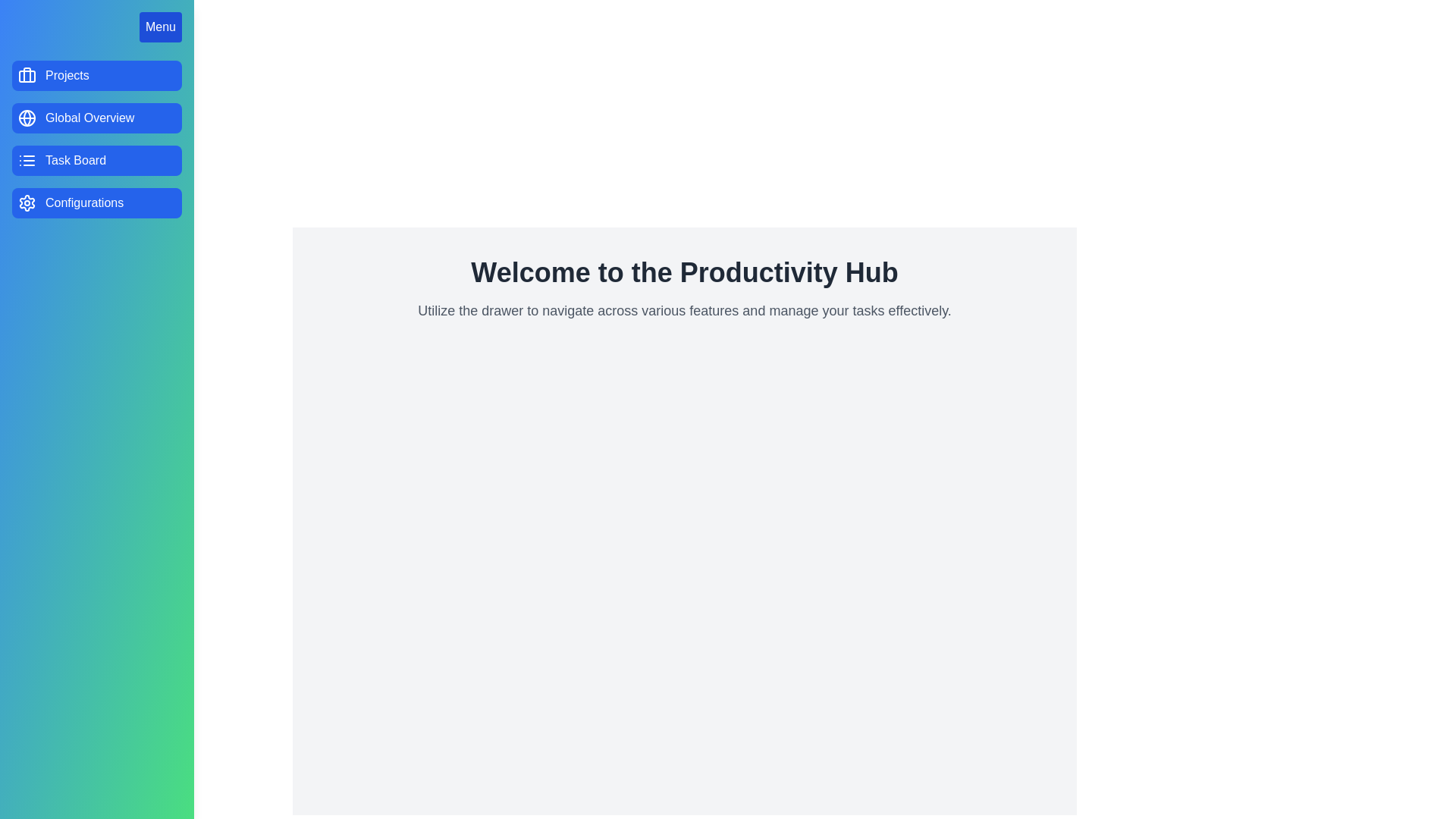 This screenshot has width=1456, height=819. Describe the element at coordinates (96, 117) in the screenshot. I see `the menu option Global Overview to provide visual feedback` at that location.